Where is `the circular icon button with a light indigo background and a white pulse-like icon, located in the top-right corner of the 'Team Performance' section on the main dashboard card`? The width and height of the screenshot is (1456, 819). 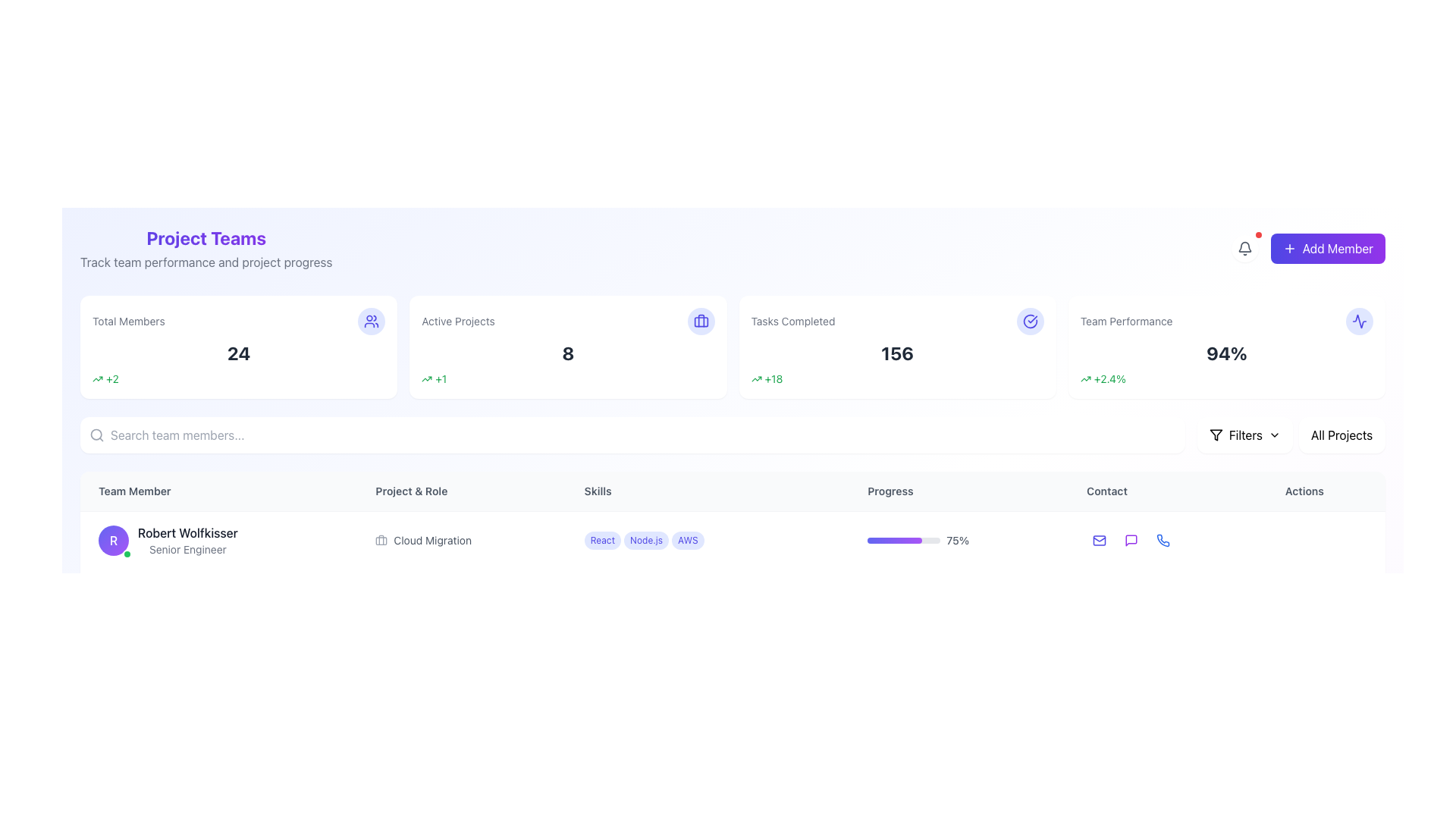 the circular icon button with a light indigo background and a white pulse-like icon, located in the top-right corner of the 'Team Performance' section on the main dashboard card is located at coordinates (1360, 321).